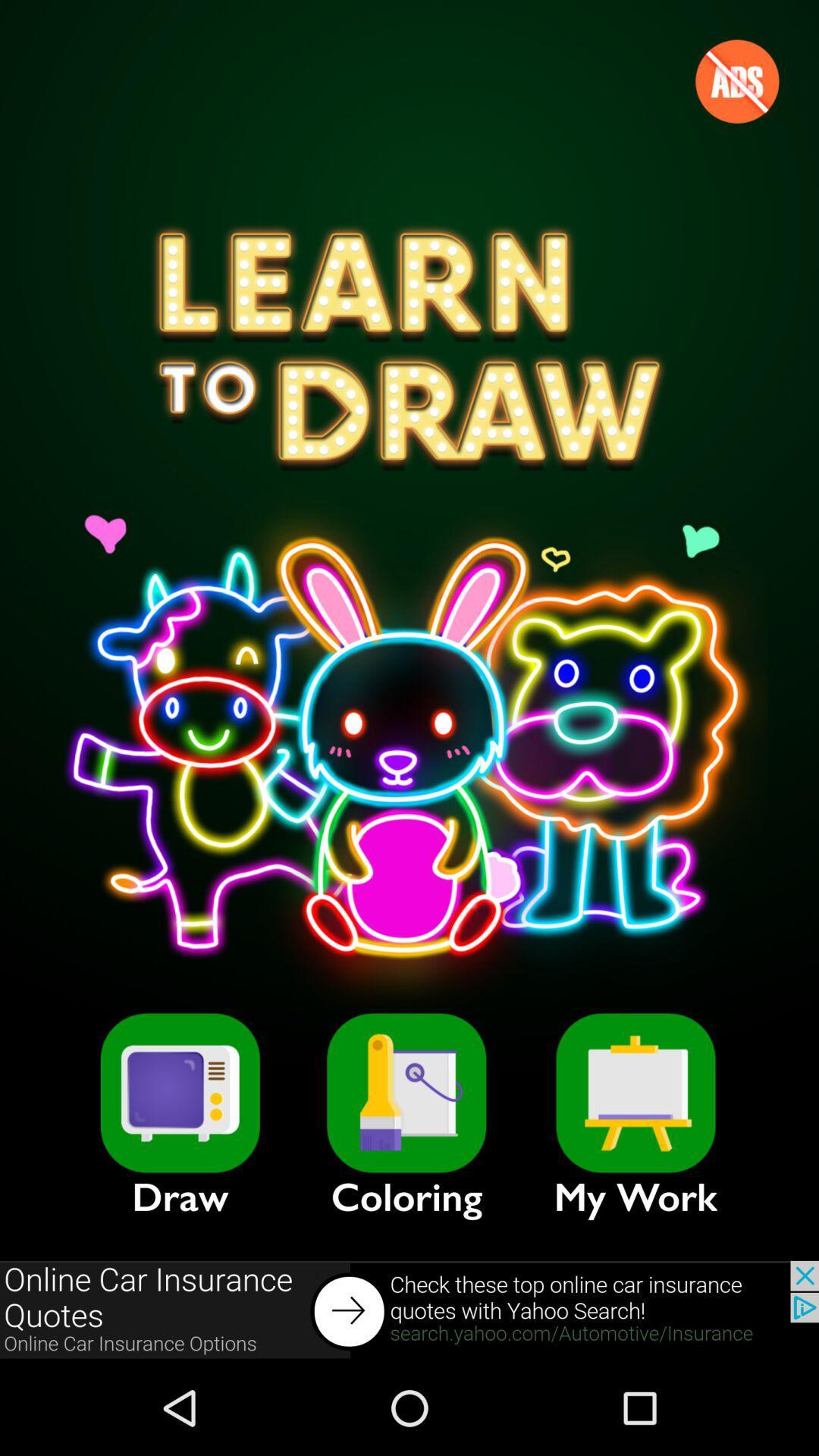 The width and height of the screenshot is (819, 1456). Describe the element at coordinates (406, 1093) in the screenshot. I see `choose coloring` at that location.